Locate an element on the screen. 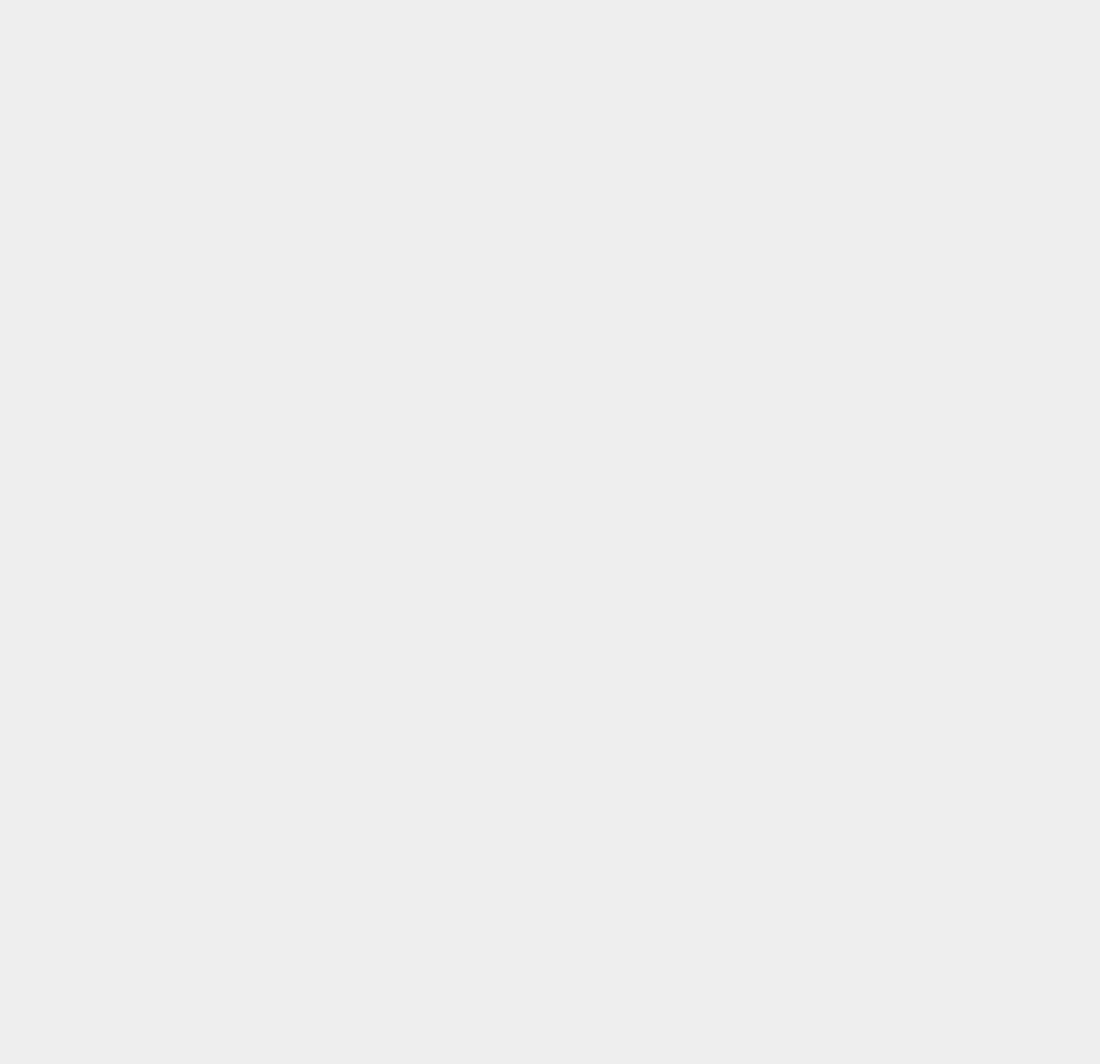 The width and height of the screenshot is (1100, 1064). 'BuySellAds' is located at coordinates (812, 723).